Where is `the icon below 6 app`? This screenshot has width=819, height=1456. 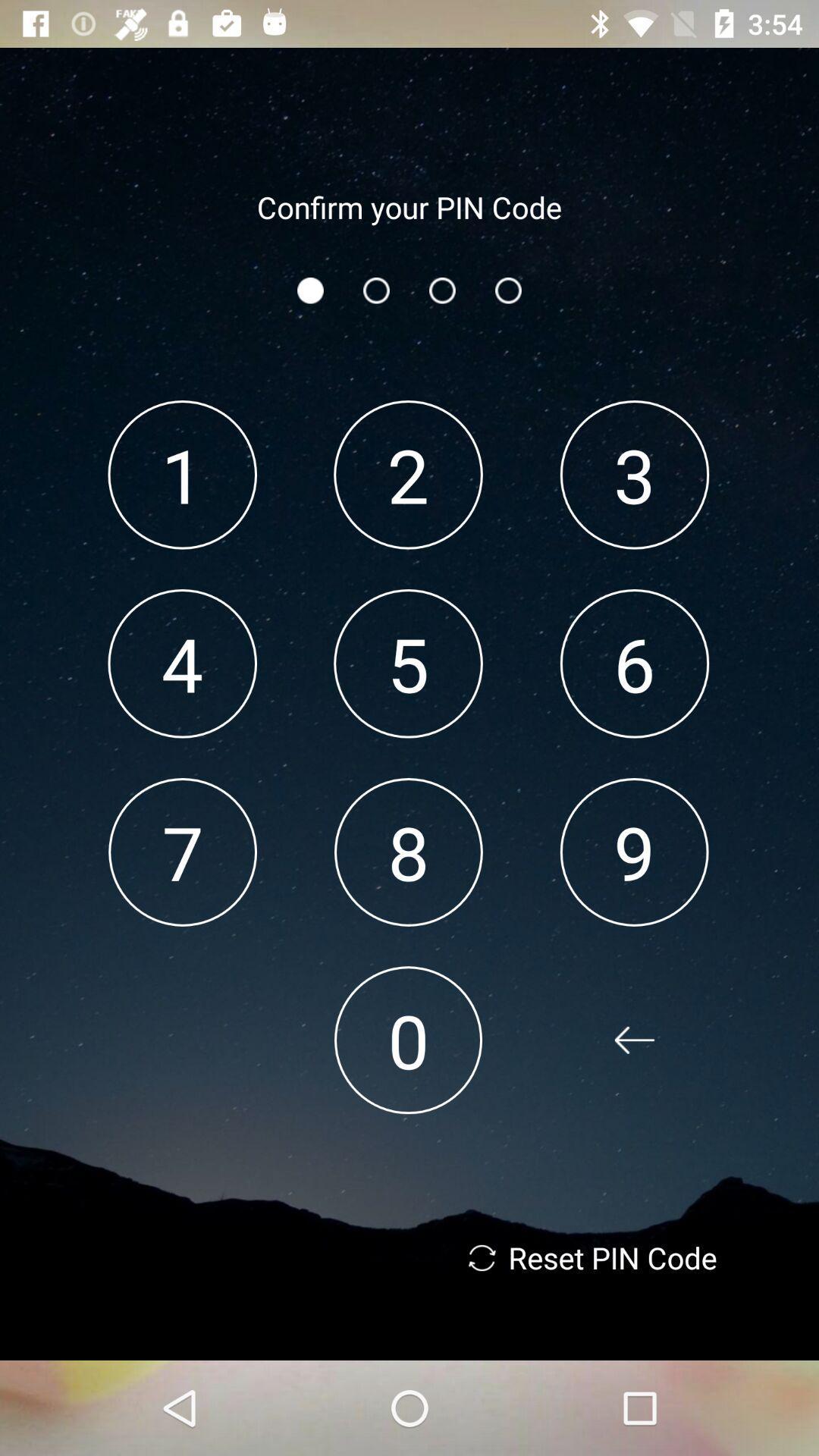
the icon below 6 app is located at coordinates (634, 852).